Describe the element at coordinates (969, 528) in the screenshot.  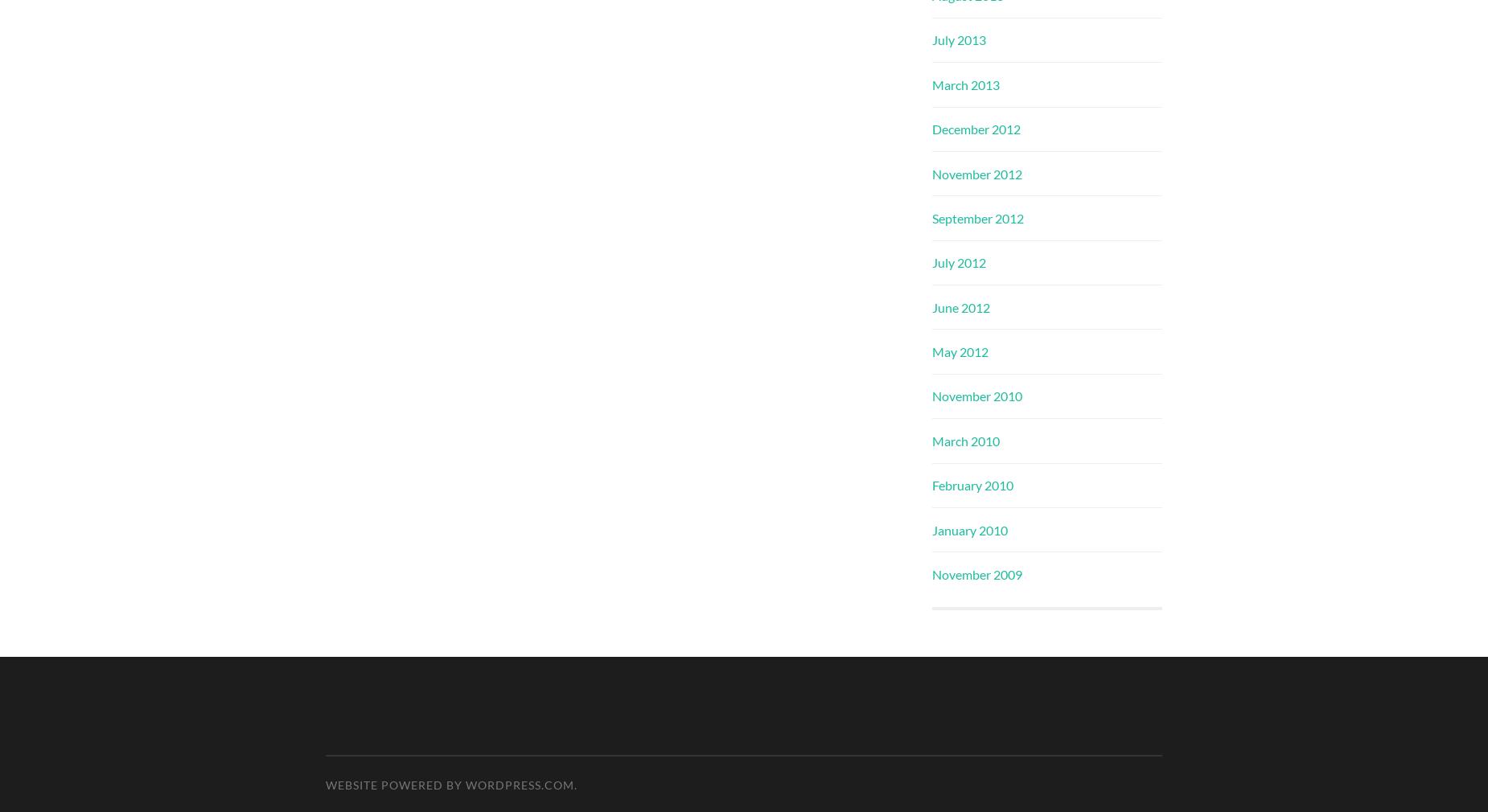
I see `'January 2010'` at that location.